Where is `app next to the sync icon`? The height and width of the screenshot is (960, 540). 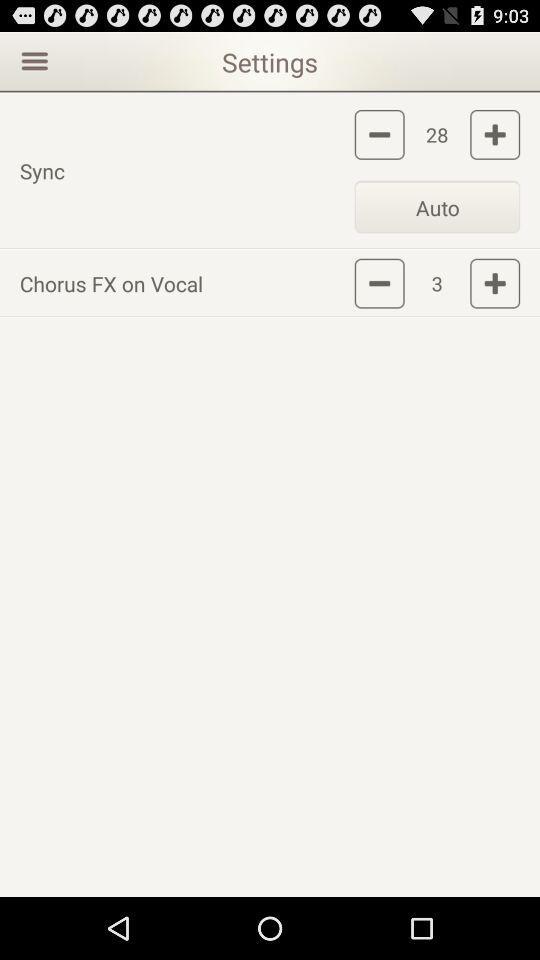
app next to the sync icon is located at coordinates (436, 206).